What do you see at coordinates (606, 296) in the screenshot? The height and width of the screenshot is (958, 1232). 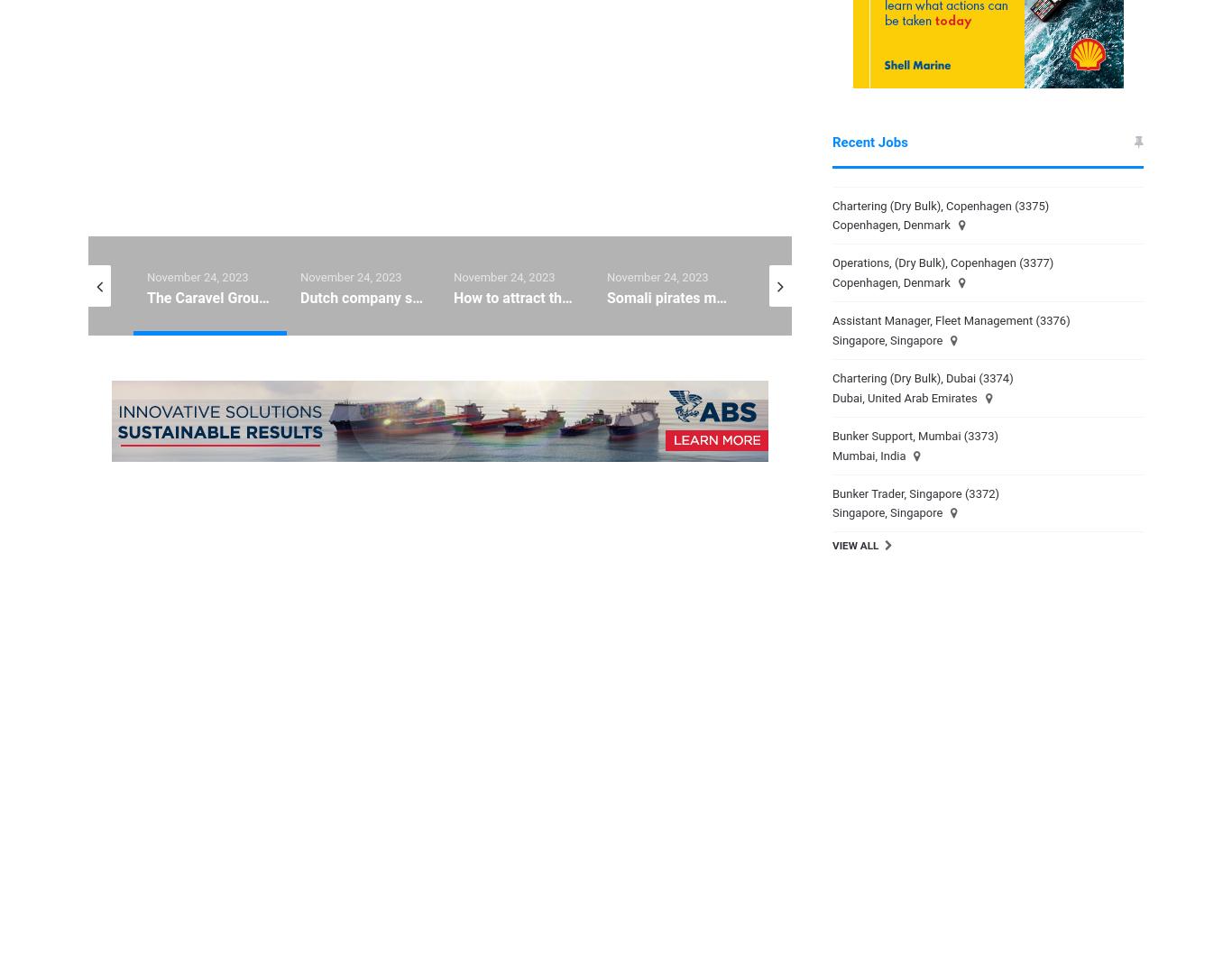 I see `'Somali pirates make their first return in years'` at bounding box center [606, 296].